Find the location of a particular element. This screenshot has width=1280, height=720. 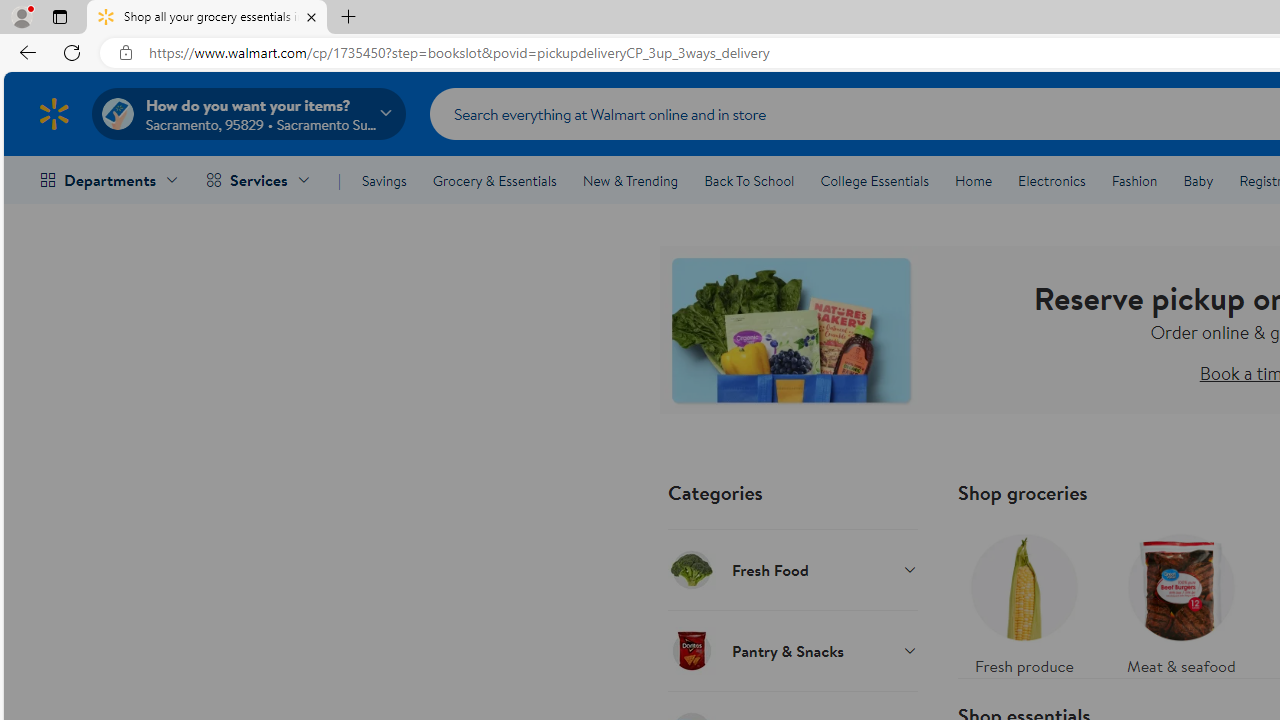

'Savings' is located at coordinates (384, 181).